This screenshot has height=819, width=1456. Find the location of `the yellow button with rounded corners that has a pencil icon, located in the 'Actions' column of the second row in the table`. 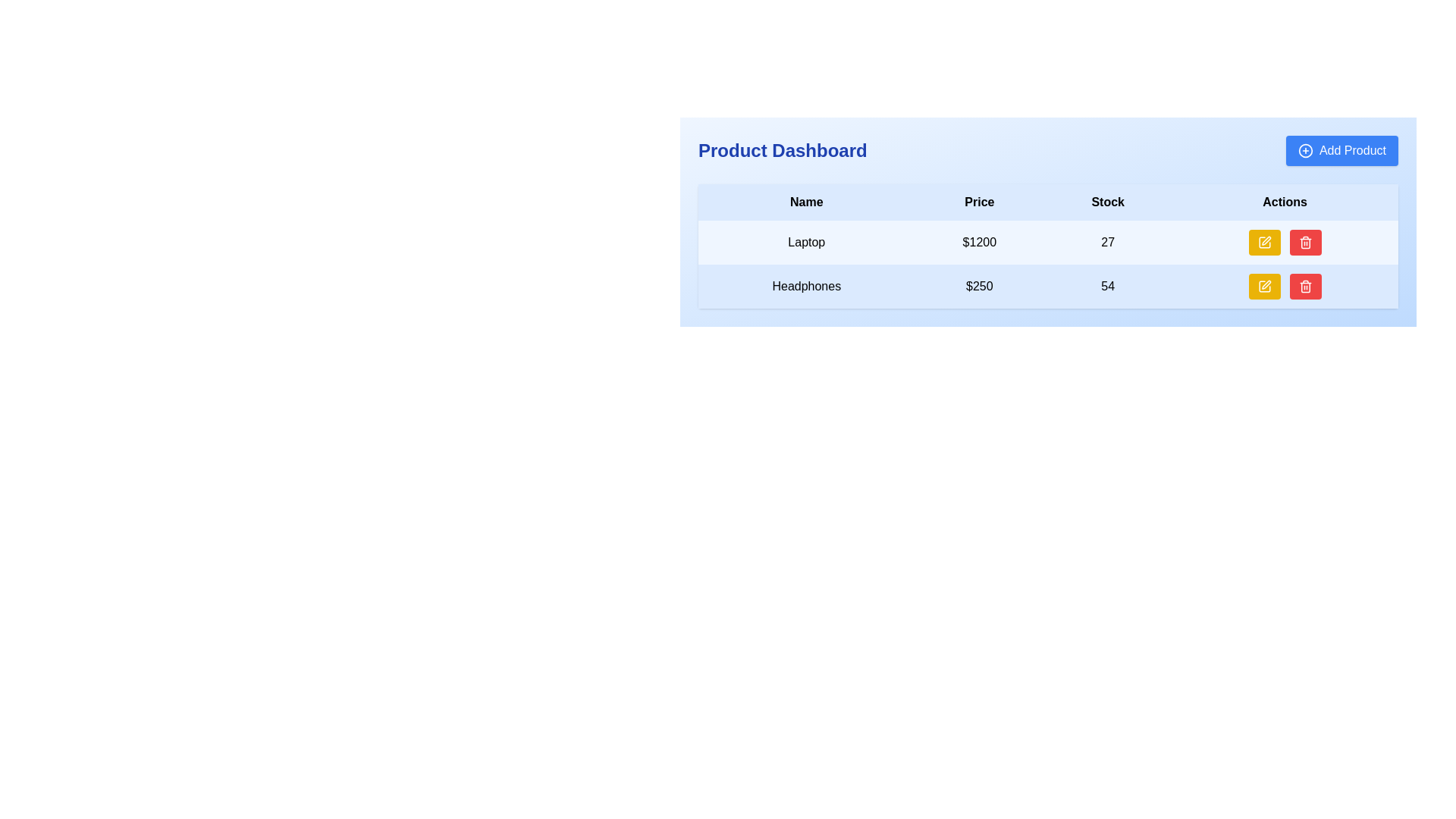

the yellow button with rounded corners that has a pencil icon, located in the 'Actions' column of the second row in the table is located at coordinates (1264, 287).